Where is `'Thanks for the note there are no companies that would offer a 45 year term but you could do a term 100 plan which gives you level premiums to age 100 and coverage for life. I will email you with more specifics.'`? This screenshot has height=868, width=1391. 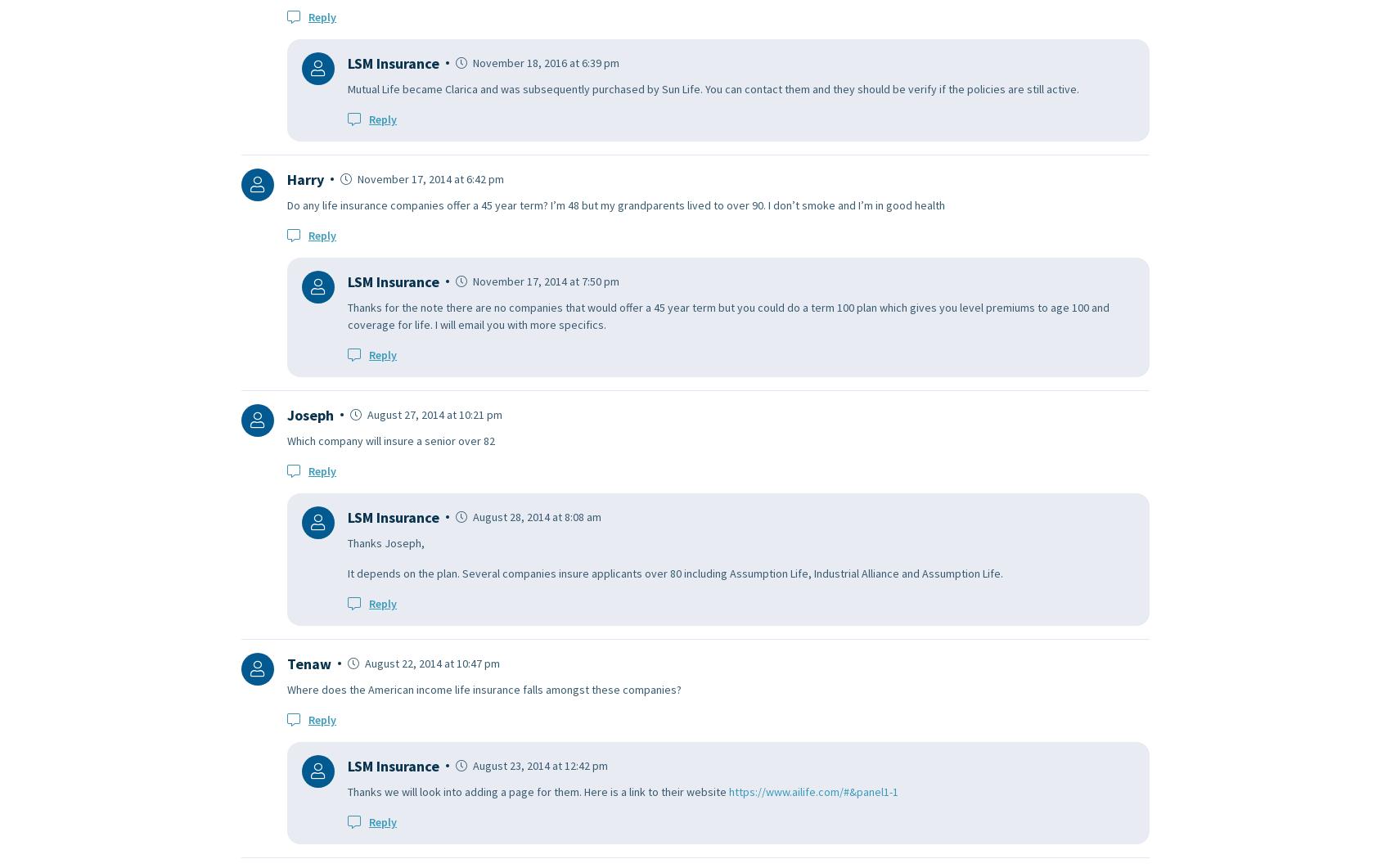 'Thanks for the note there are no companies that would offer a 45 year term but you could do a term 100 plan which gives you level premiums to age 100 and coverage for life. I will email you with more specifics.' is located at coordinates (348, 315).